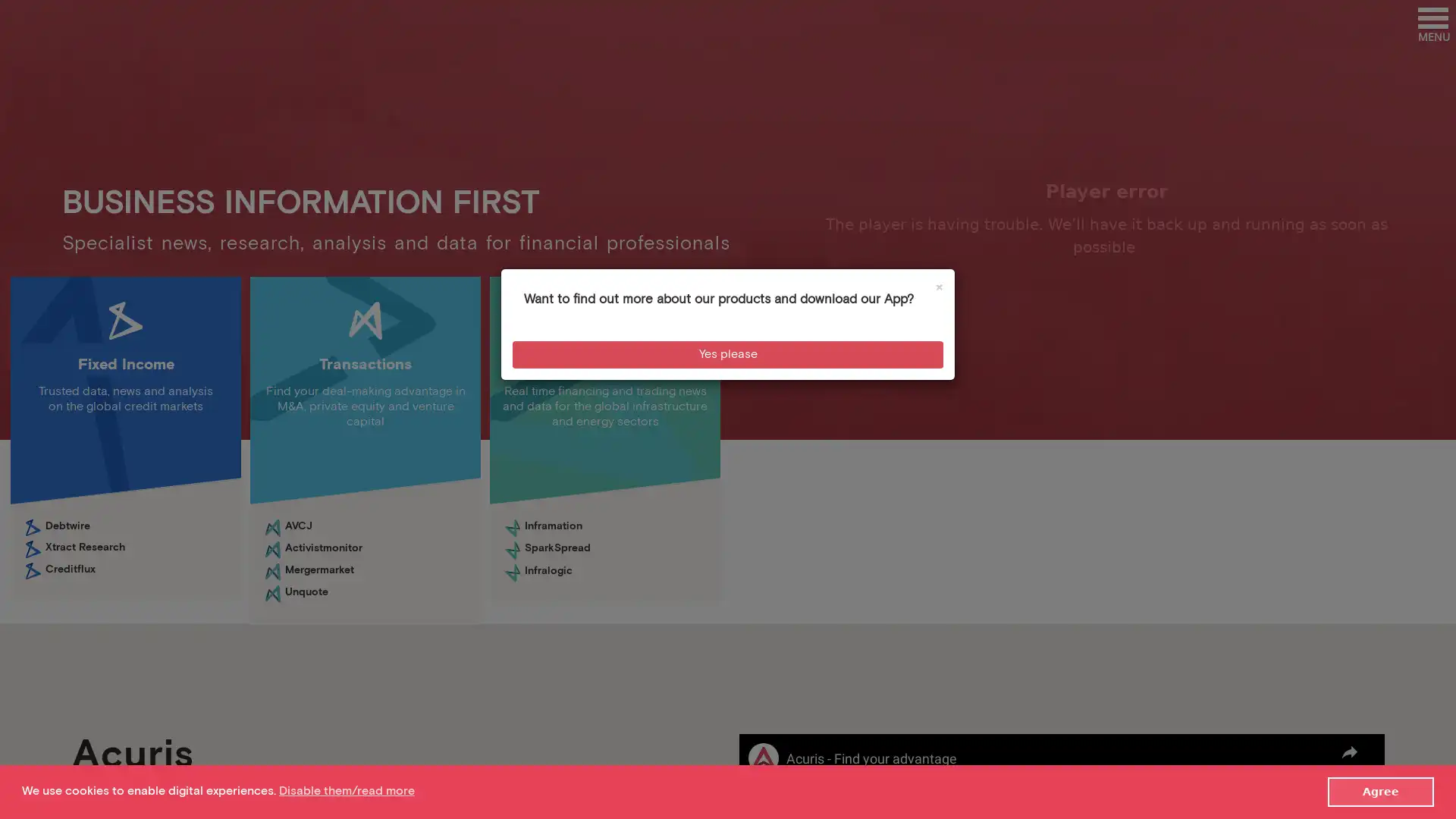  What do you see at coordinates (1380, 791) in the screenshot?
I see `dismiss cookie message` at bounding box center [1380, 791].